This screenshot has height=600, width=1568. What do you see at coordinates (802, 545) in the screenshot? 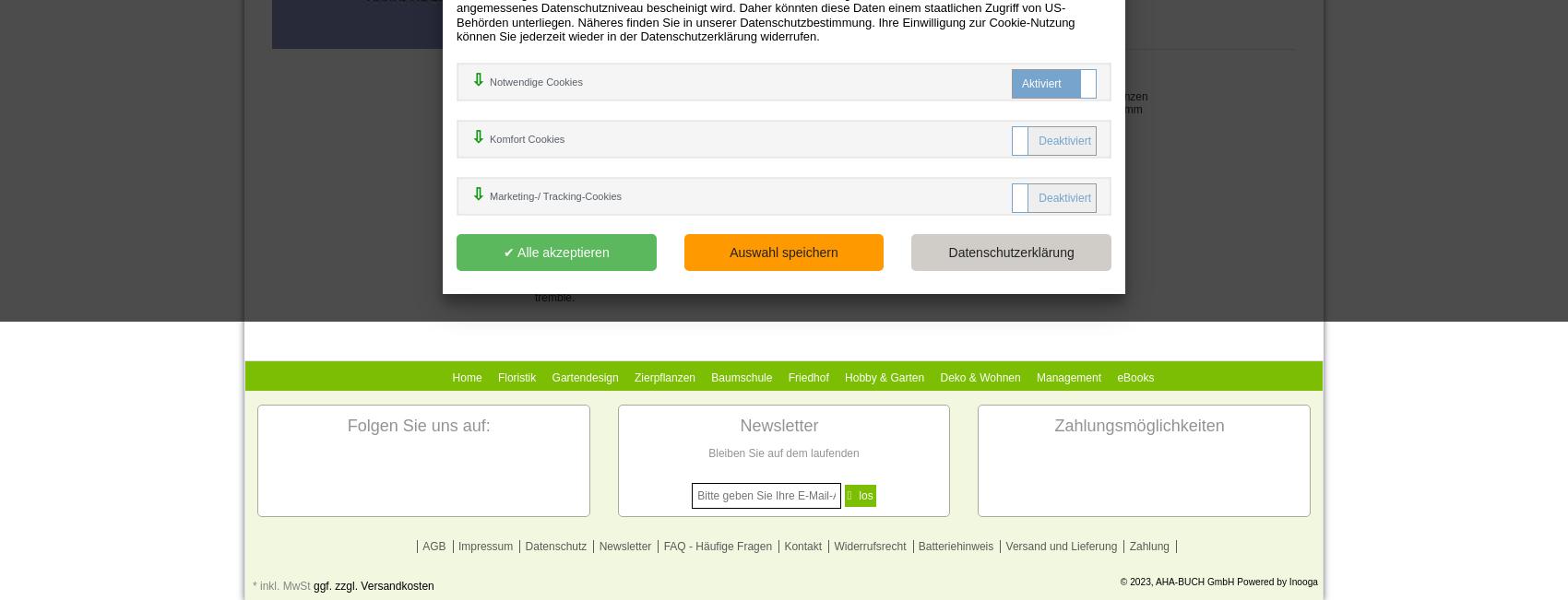
I see `'Kontakt'` at bounding box center [802, 545].